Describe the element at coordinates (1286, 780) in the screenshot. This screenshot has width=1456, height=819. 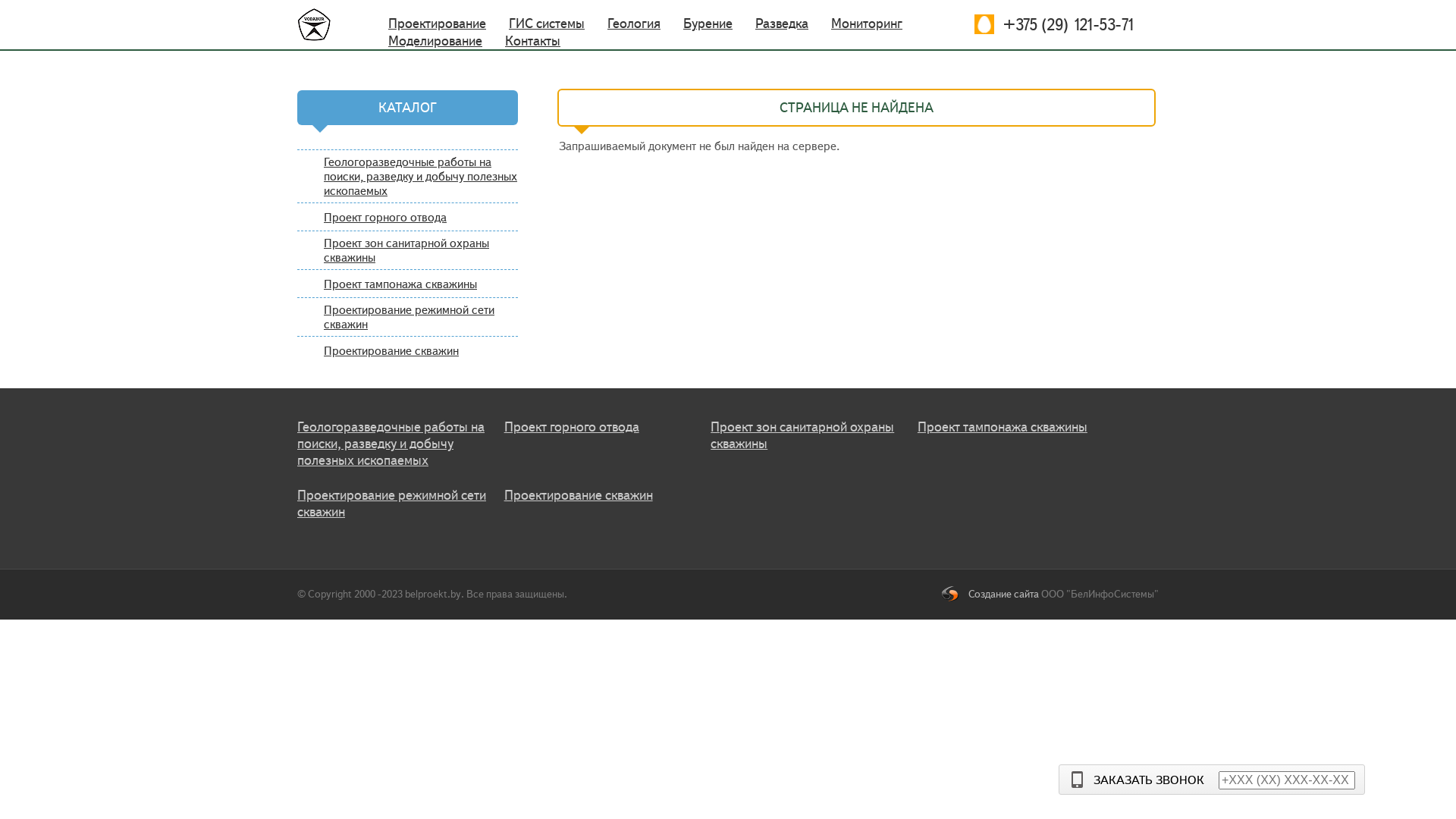
I see `'+XXX (XX) XXX-XX-XX'` at that location.